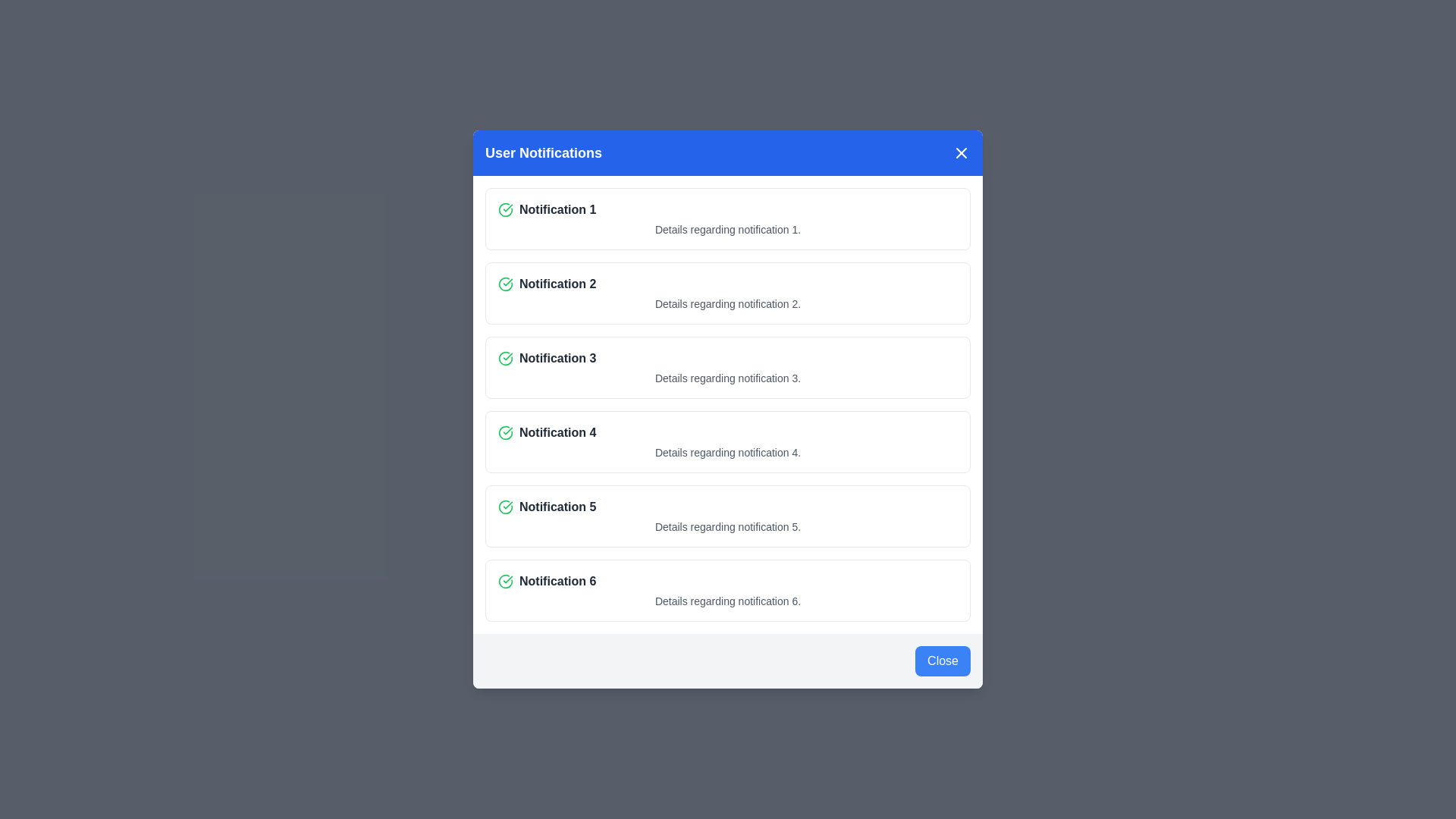 The height and width of the screenshot is (819, 1456). What do you see at coordinates (942, 660) in the screenshot?
I see `the close button located at the bottom-right corner of the dialog` at bounding box center [942, 660].